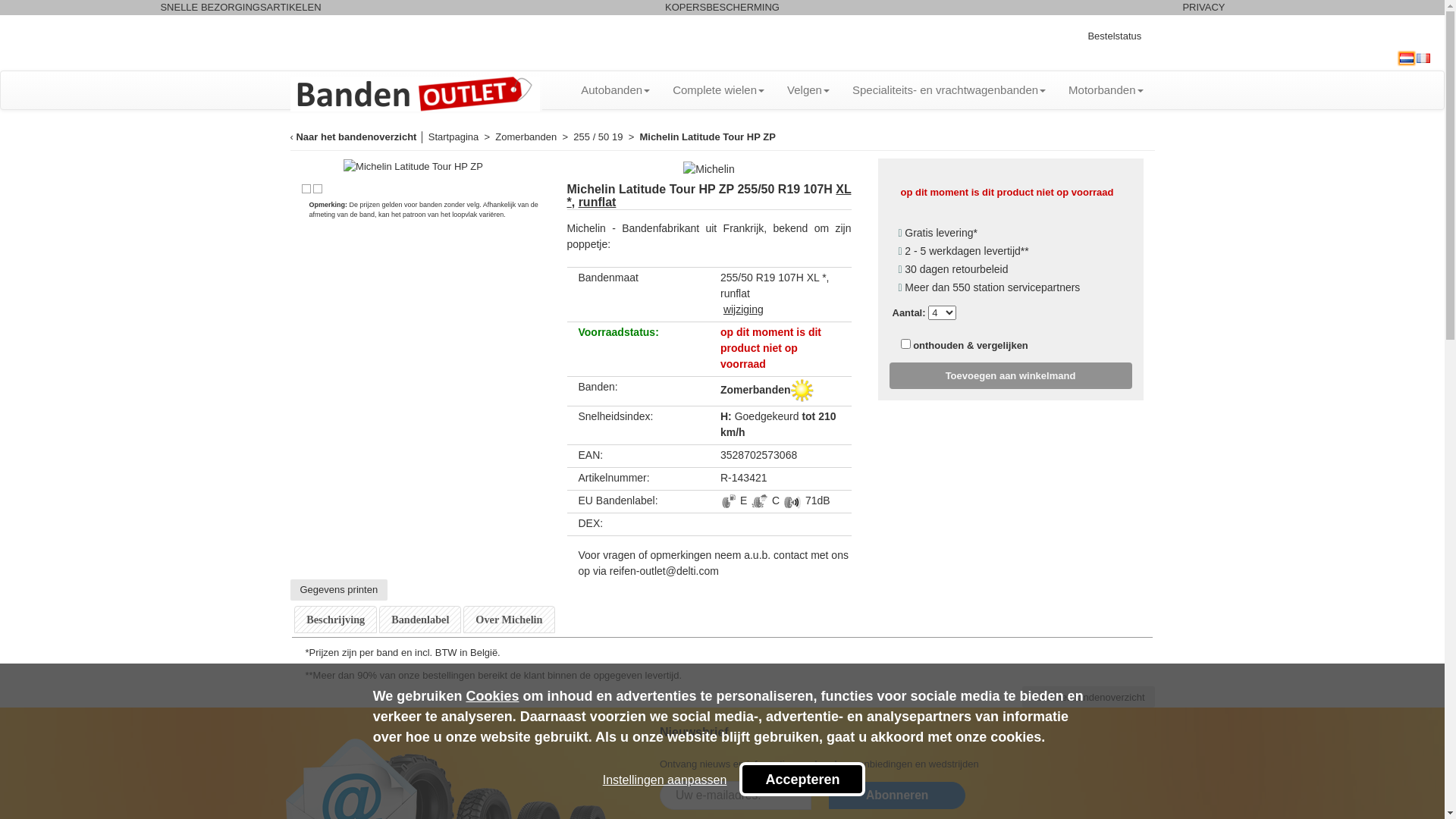 This screenshot has height=819, width=1456. I want to click on 'Startpagina', so click(453, 135).